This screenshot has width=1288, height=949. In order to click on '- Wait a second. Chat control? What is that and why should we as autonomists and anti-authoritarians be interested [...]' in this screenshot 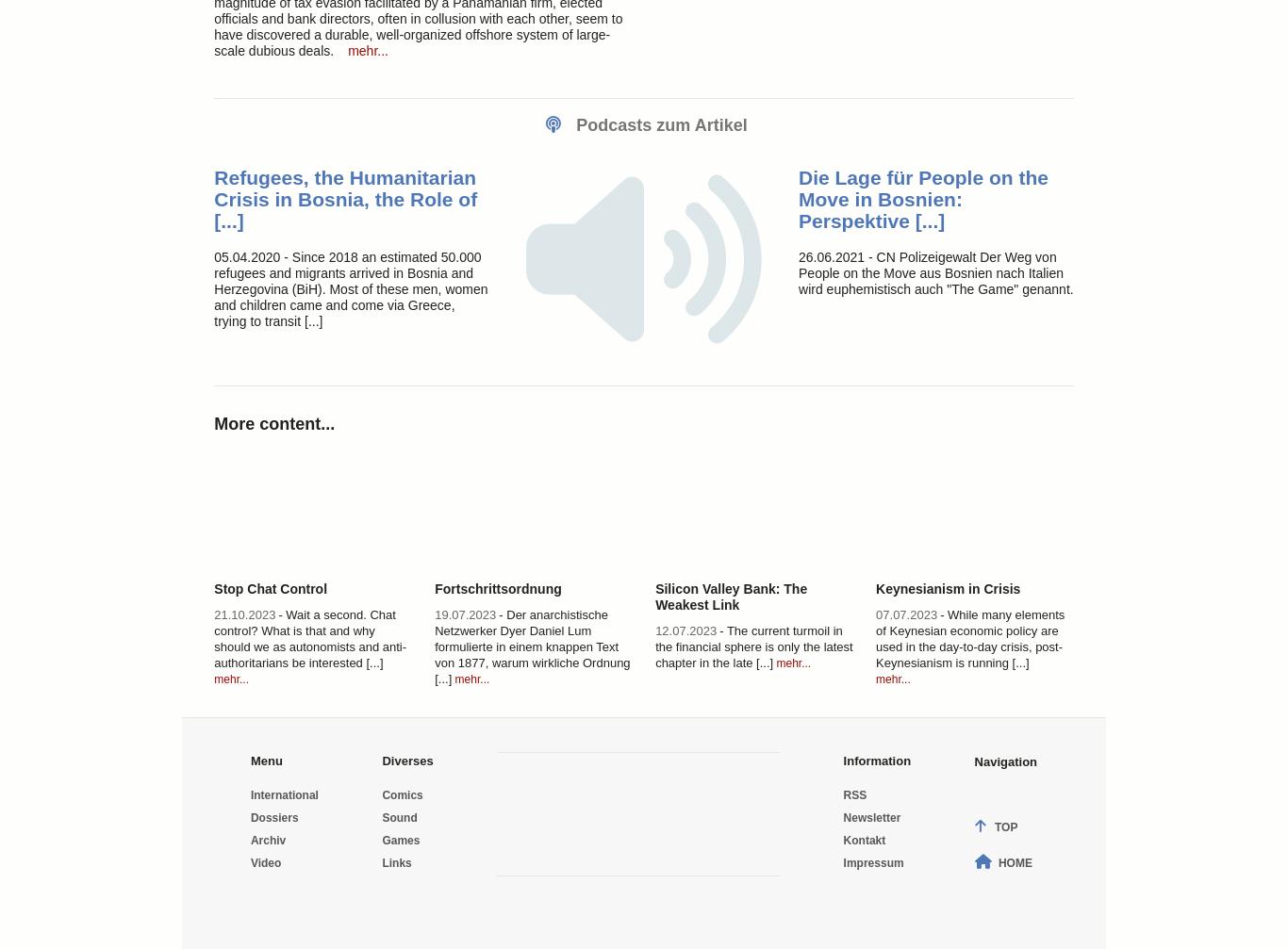, I will do `click(309, 637)`.